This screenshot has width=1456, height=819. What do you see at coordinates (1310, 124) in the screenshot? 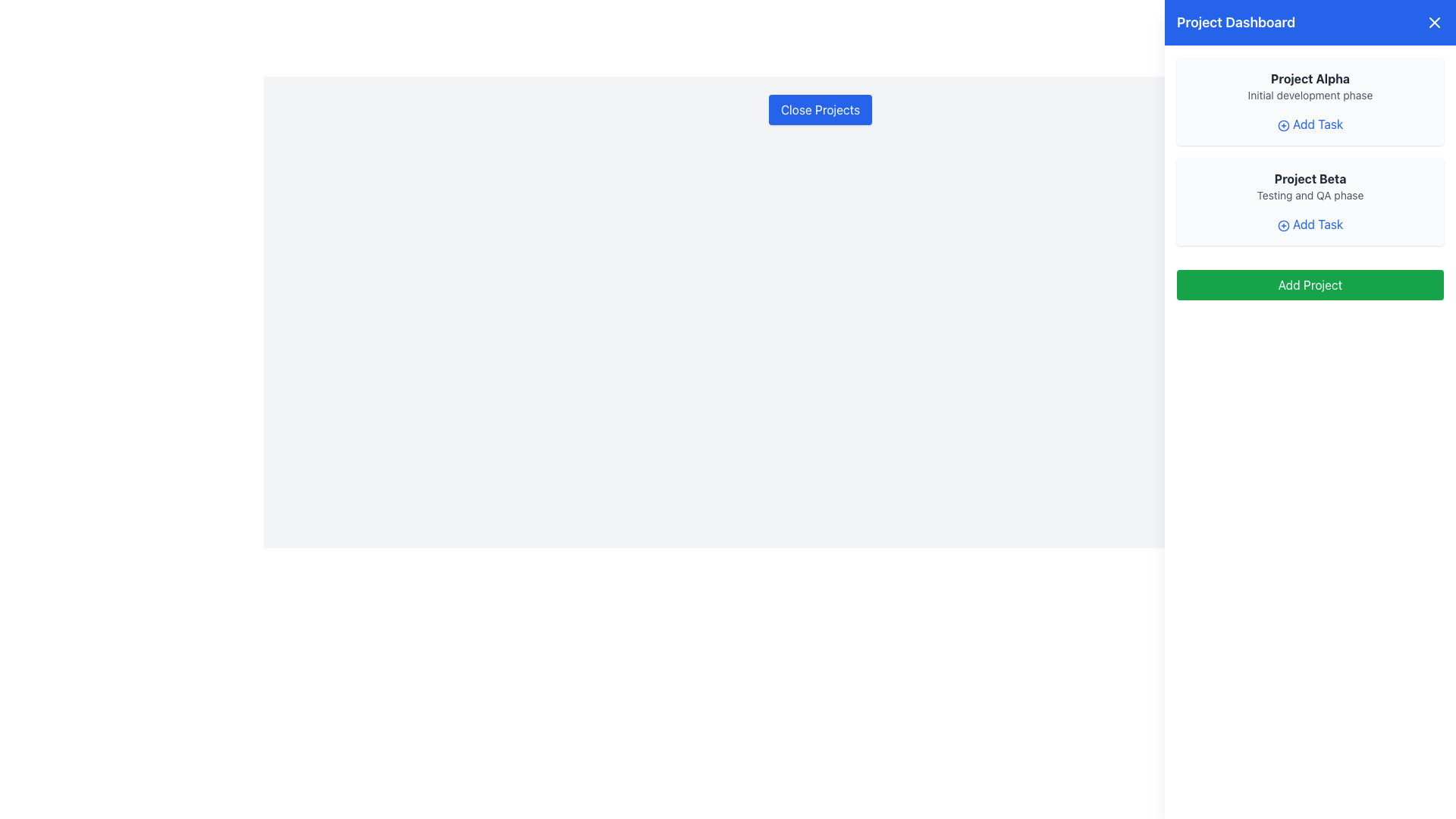
I see `the hyperlink or text button located in the 'Project Alpha' section on the right-hand side` at bounding box center [1310, 124].